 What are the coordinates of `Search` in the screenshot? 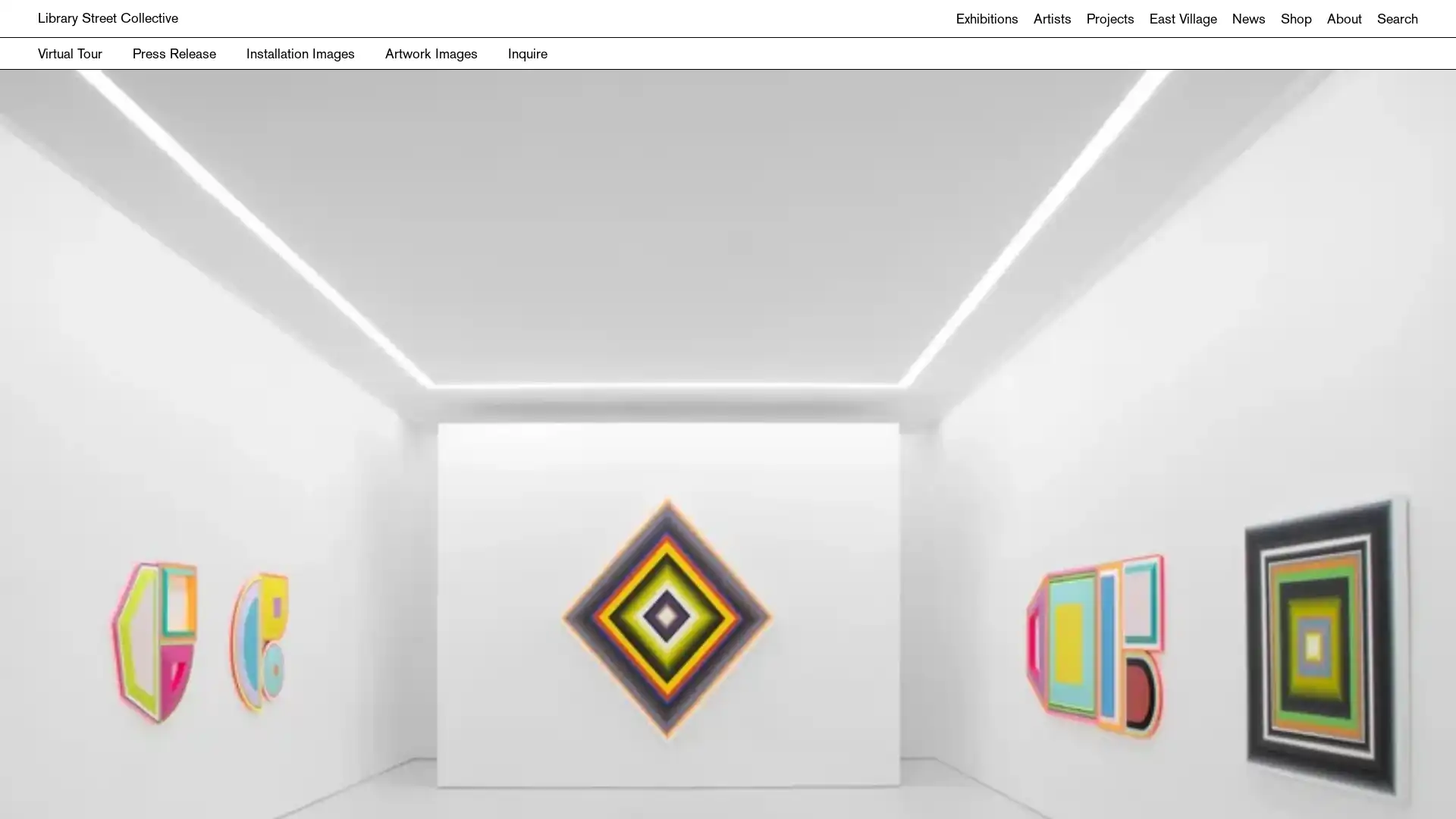 It's located at (1397, 18).